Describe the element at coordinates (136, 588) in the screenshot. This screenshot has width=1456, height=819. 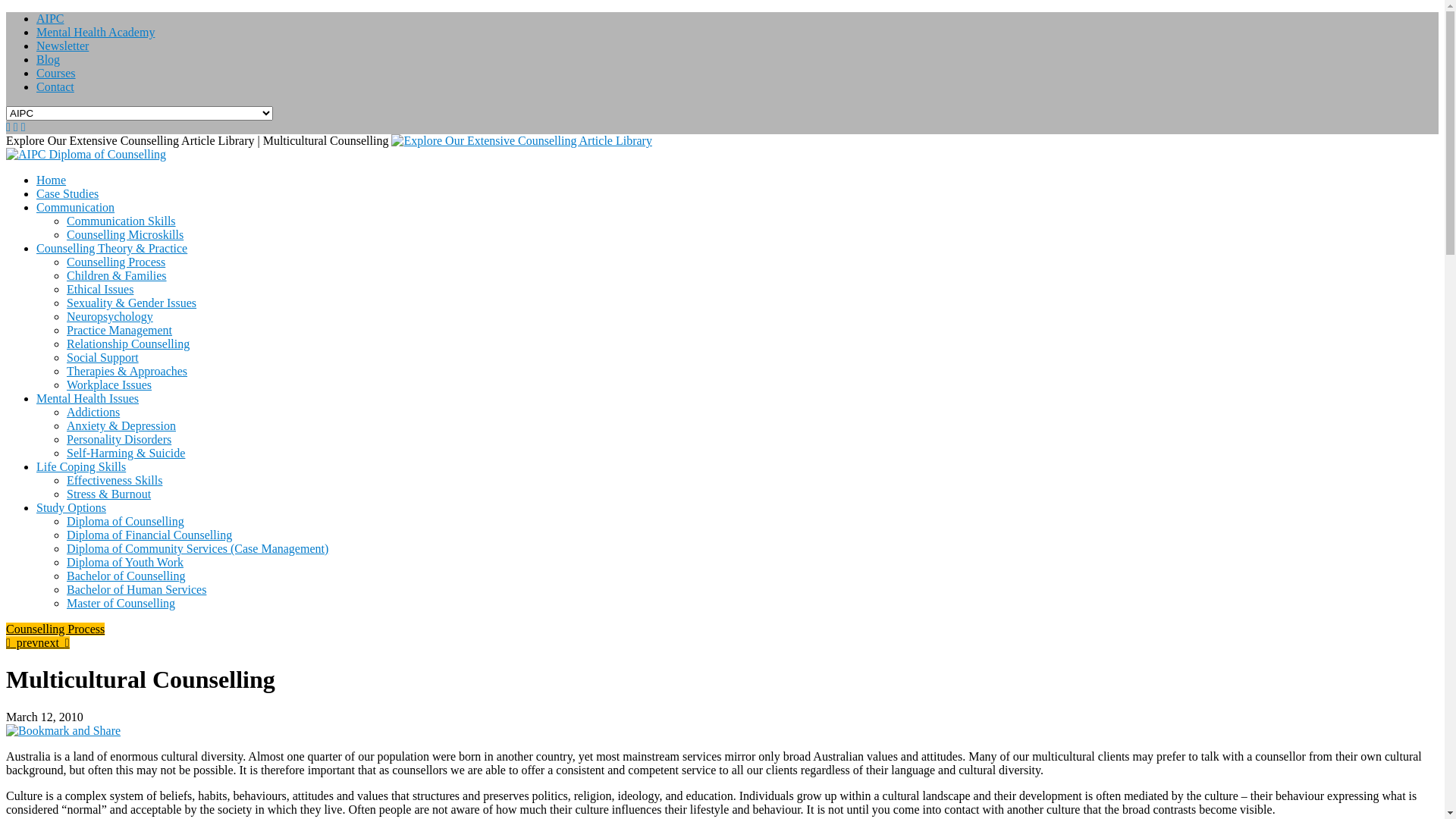
I see `'Bachelor of Human Services'` at that location.